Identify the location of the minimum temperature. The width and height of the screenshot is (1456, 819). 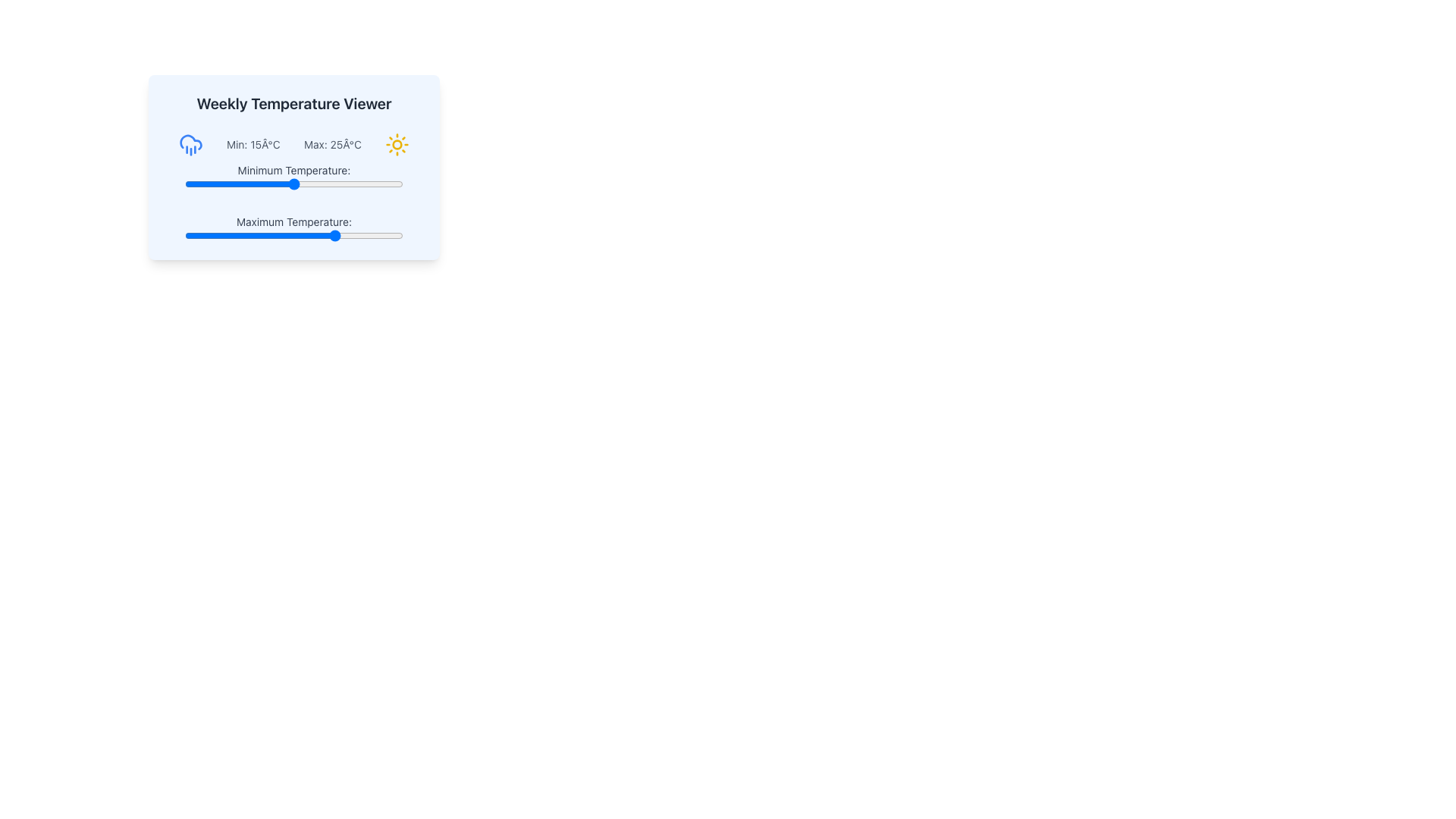
(272, 184).